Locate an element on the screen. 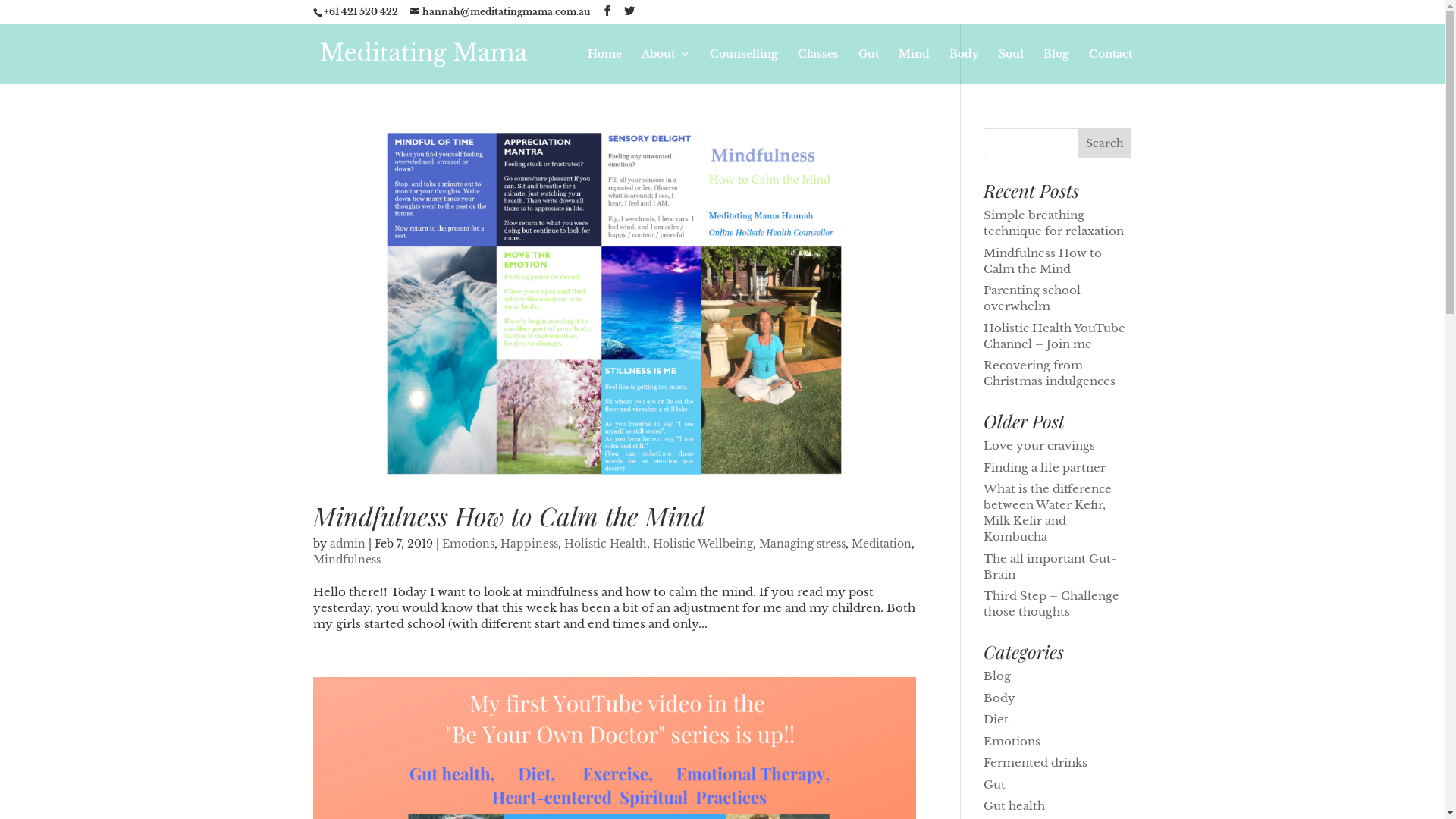 The width and height of the screenshot is (1456, 819). 'Holistic Wellbeing' is located at coordinates (701, 543).